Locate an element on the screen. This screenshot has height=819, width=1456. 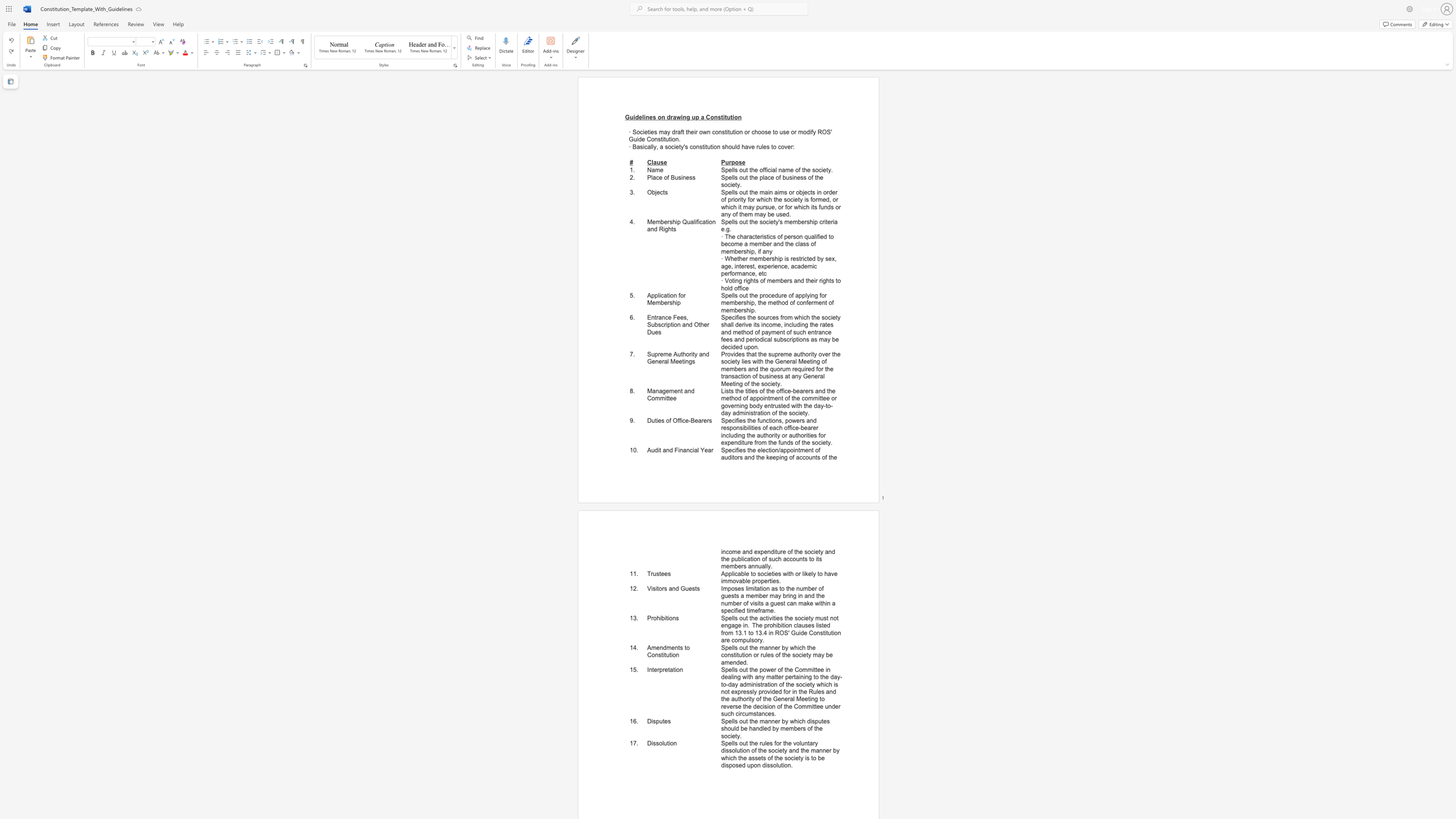
the subset text "d off" within the text "· Voting rights of members and their rights to hold office" is located at coordinates (729, 288).